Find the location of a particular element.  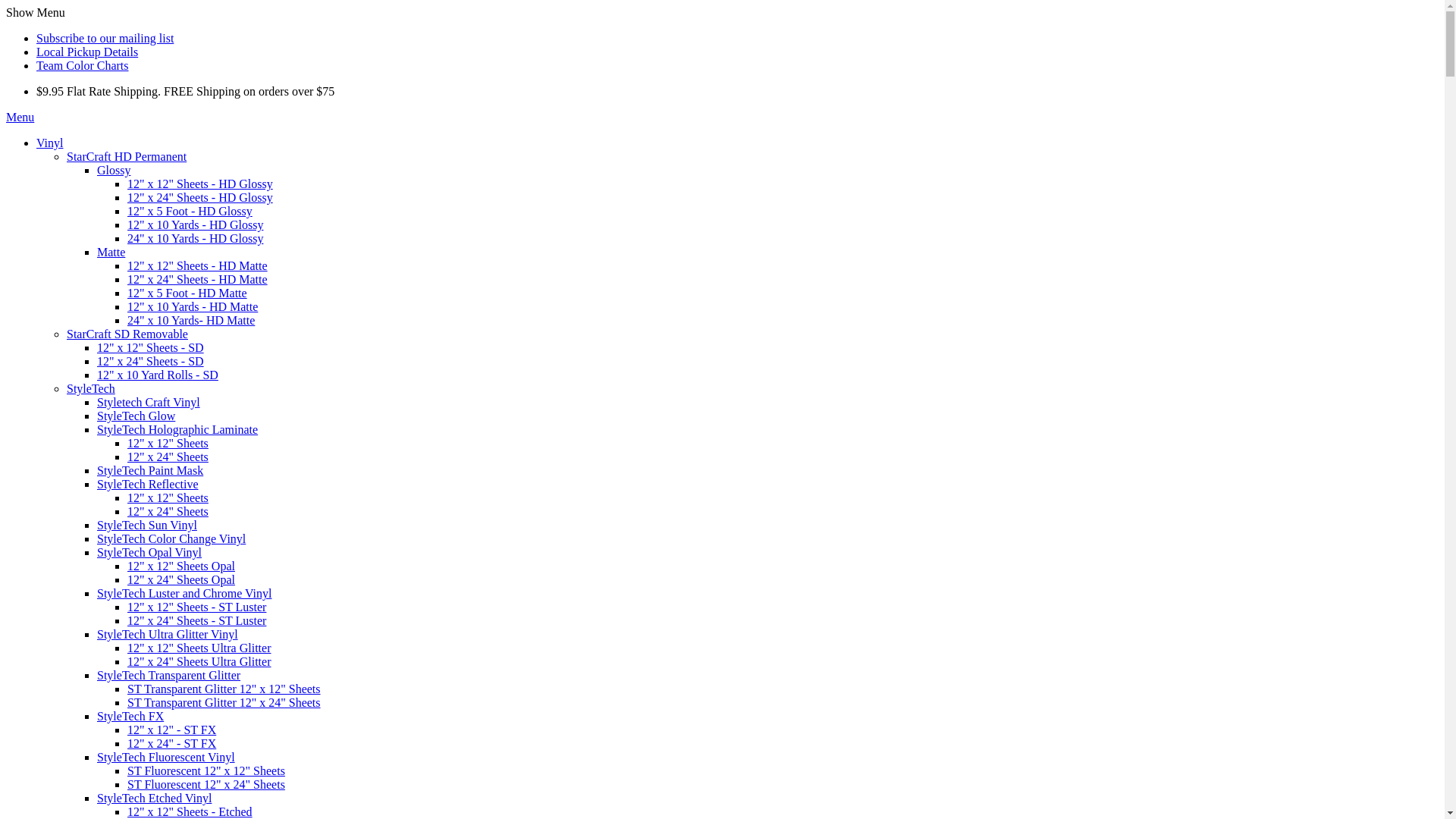

'12" x 24" Sheets Ultra Glitter' is located at coordinates (127, 661).